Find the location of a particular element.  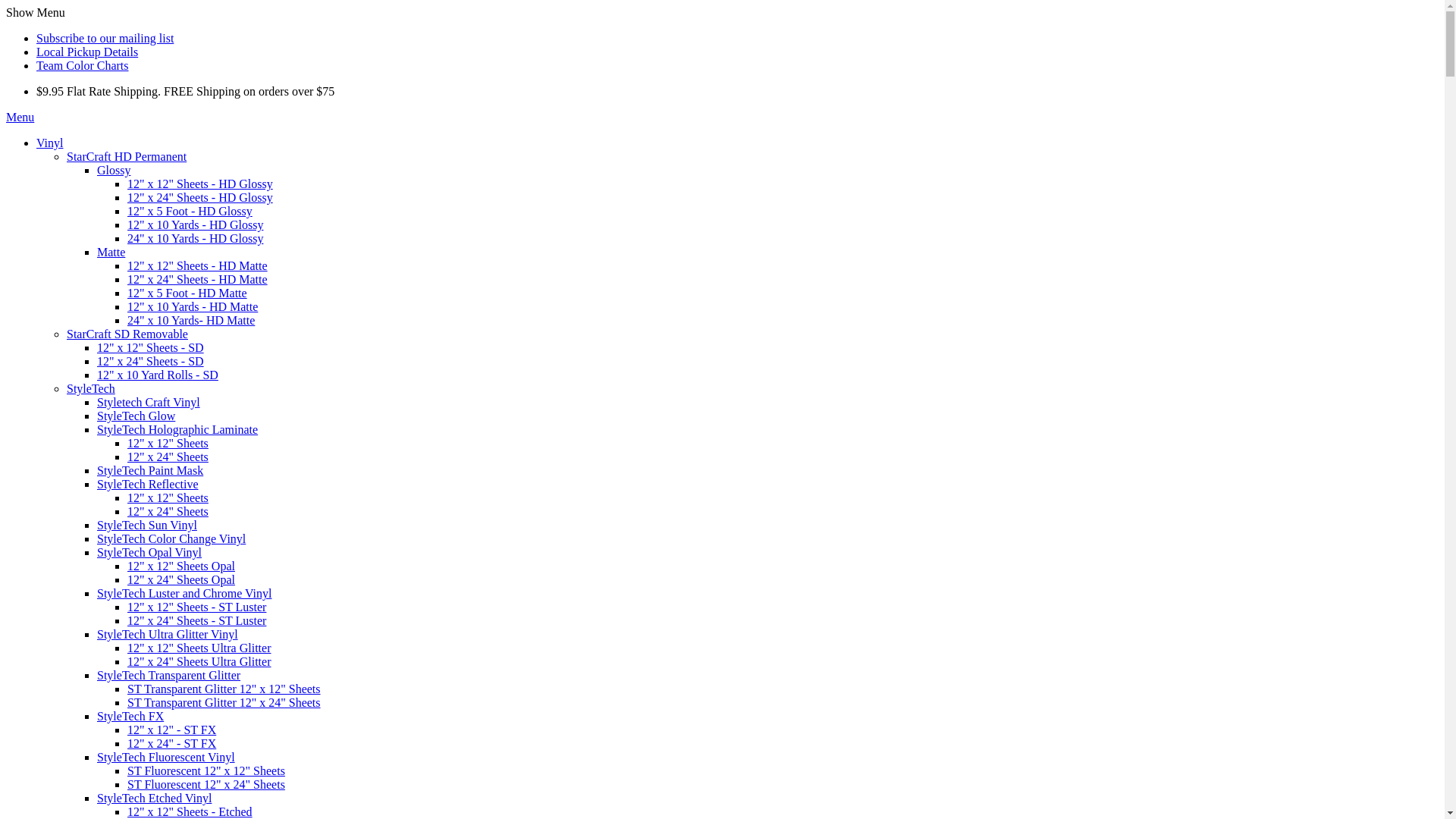

'12" x 24" Sheets Ultra Glitter' is located at coordinates (127, 661).